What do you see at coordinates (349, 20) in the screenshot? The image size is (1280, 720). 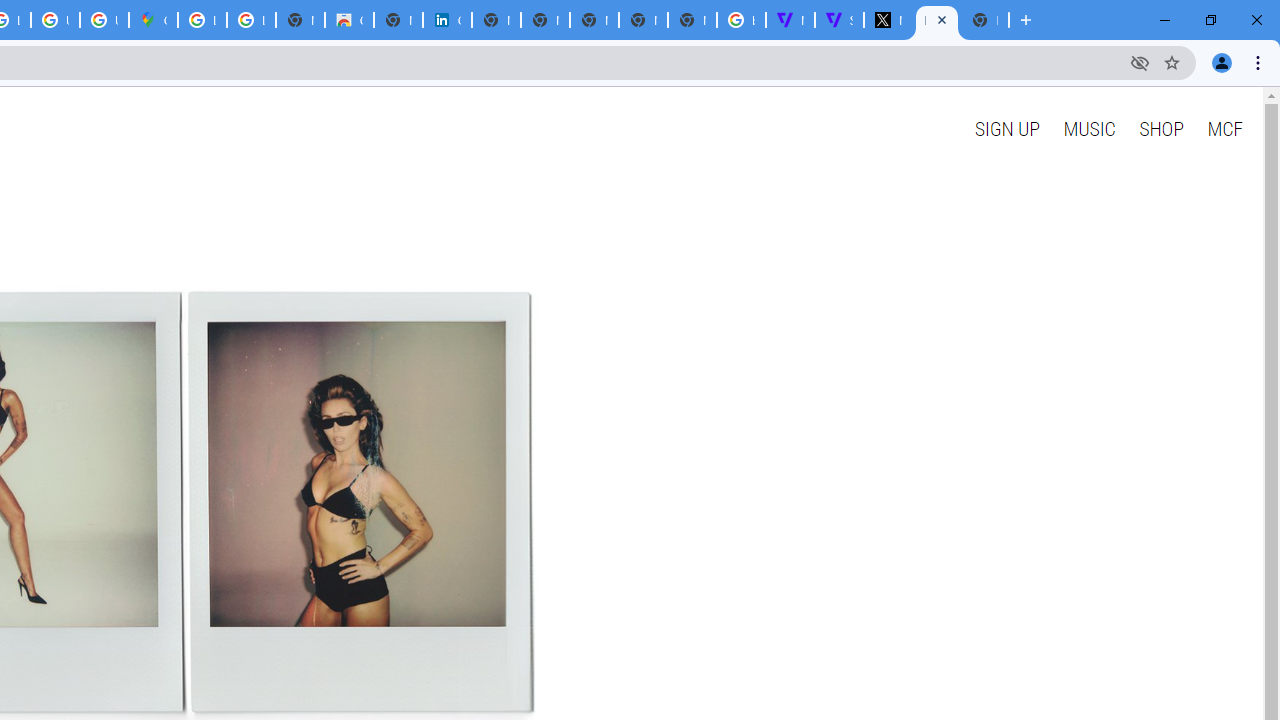 I see `'Chrome Web Store'` at bounding box center [349, 20].